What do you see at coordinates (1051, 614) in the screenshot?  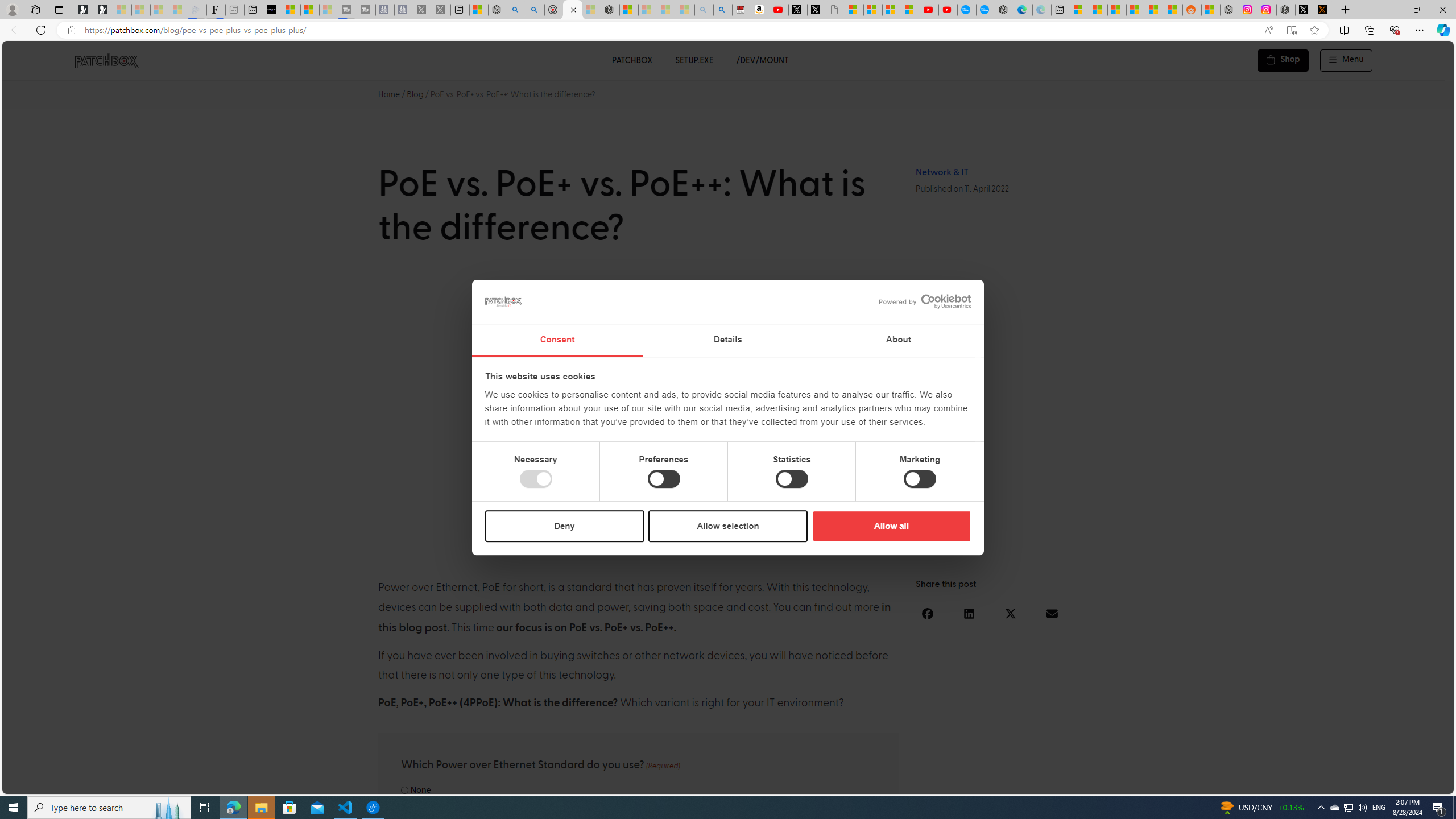 I see `'Share on email'` at bounding box center [1051, 614].